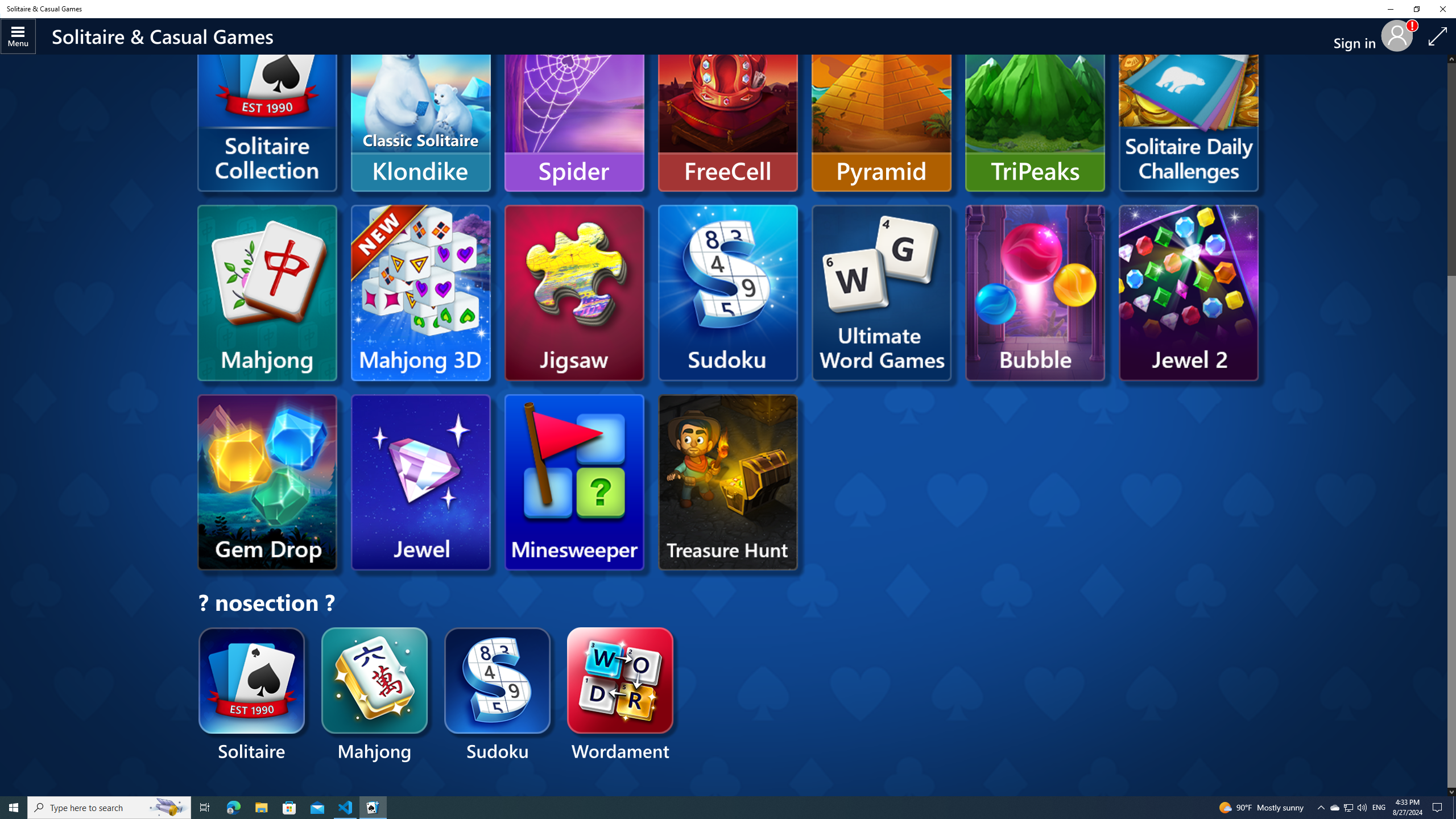  What do you see at coordinates (1389, 9) in the screenshot?
I see `'Minimize Solitaire & Casual Games'` at bounding box center [1389, 9].